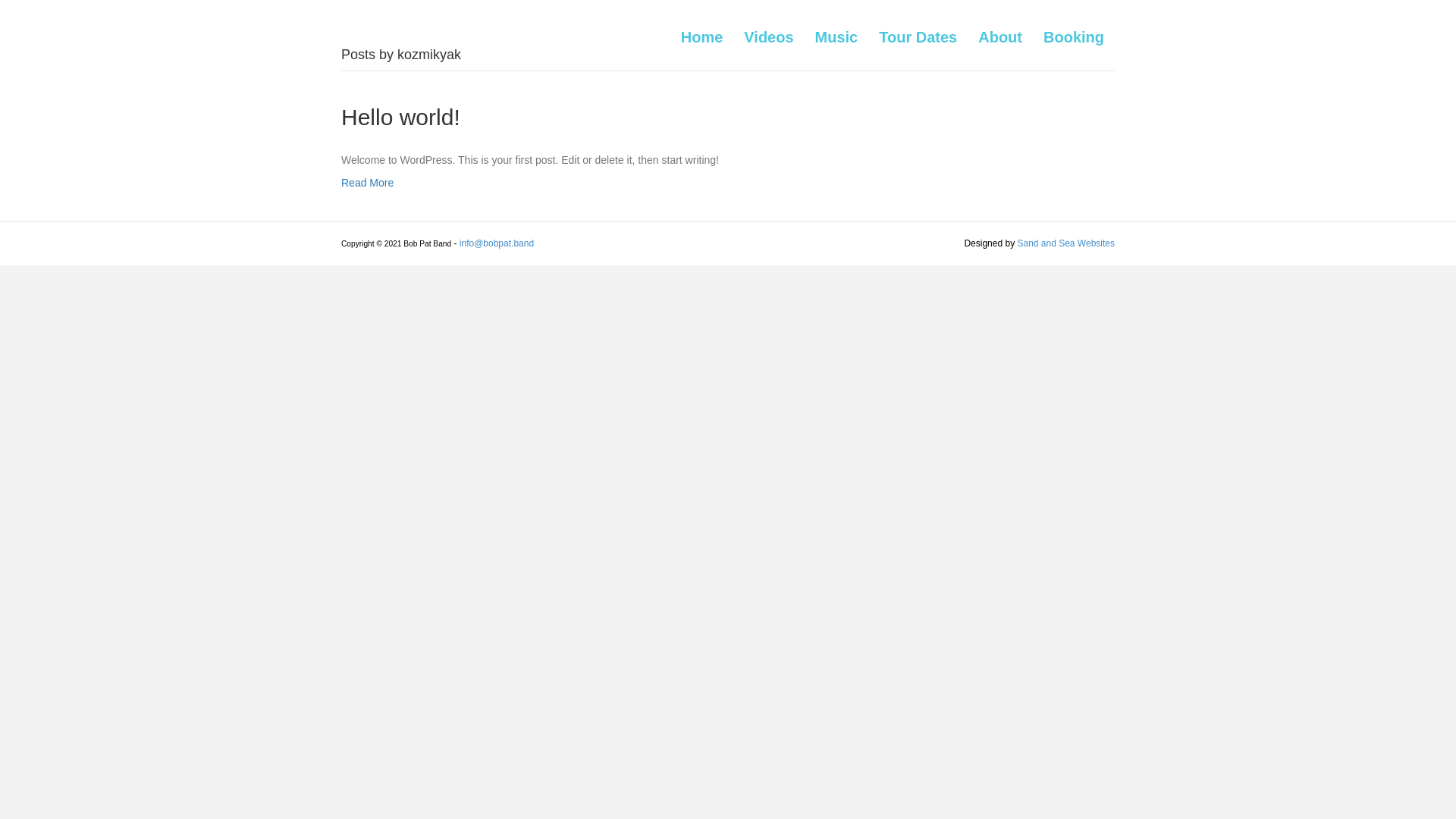  Describe the element at coordinates (1073, 36) in the screenshot. I see `'Booking'` at that location.